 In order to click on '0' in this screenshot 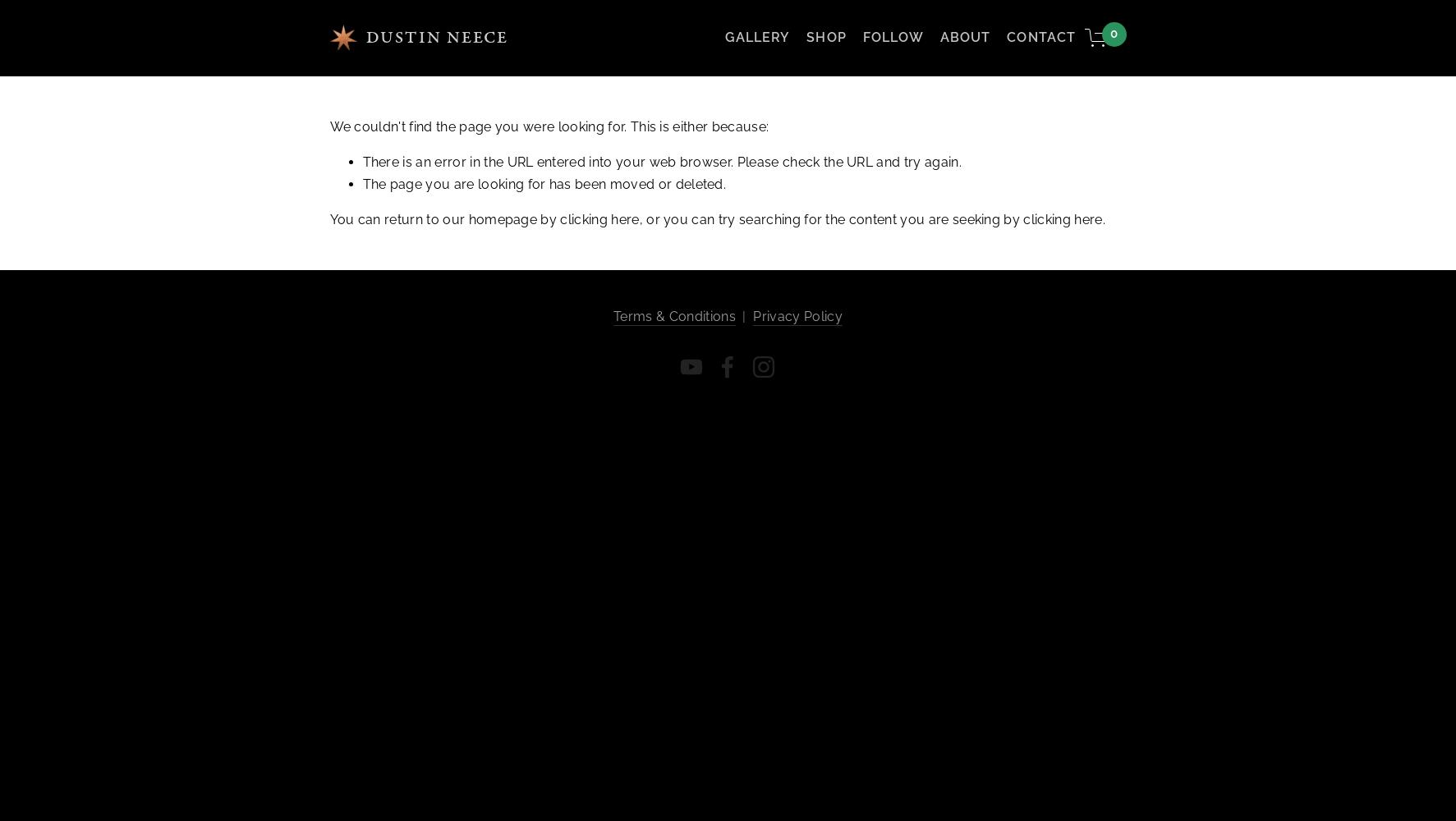, I will do `click(1113, 34)`.